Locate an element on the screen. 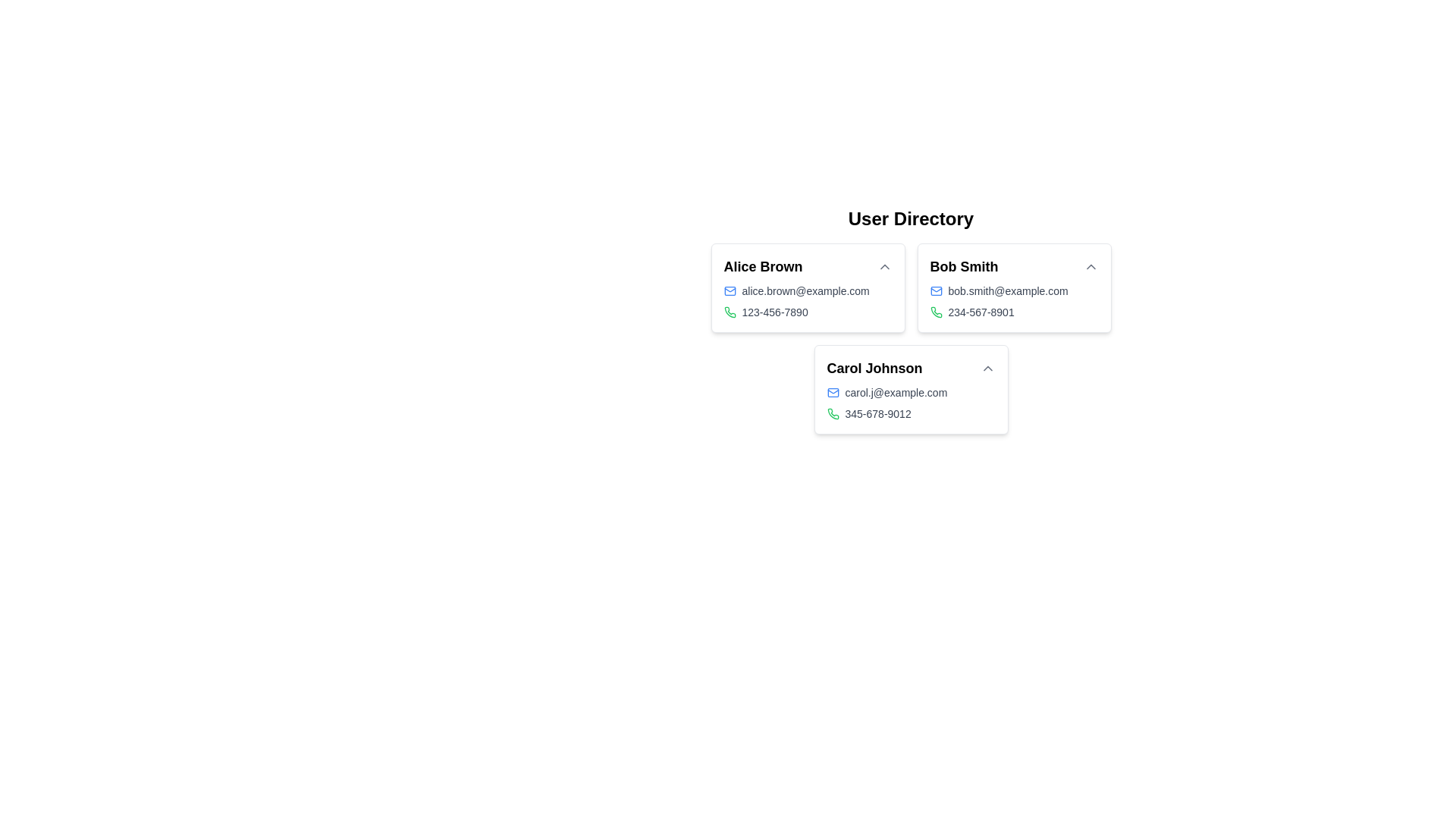 The height and width of the screenshot is (819, 1456). the Text label indicating the name of the user associated with the middle card in the layout, positioned centrally at the top section of the middle card is located at coordinates (963, 265).